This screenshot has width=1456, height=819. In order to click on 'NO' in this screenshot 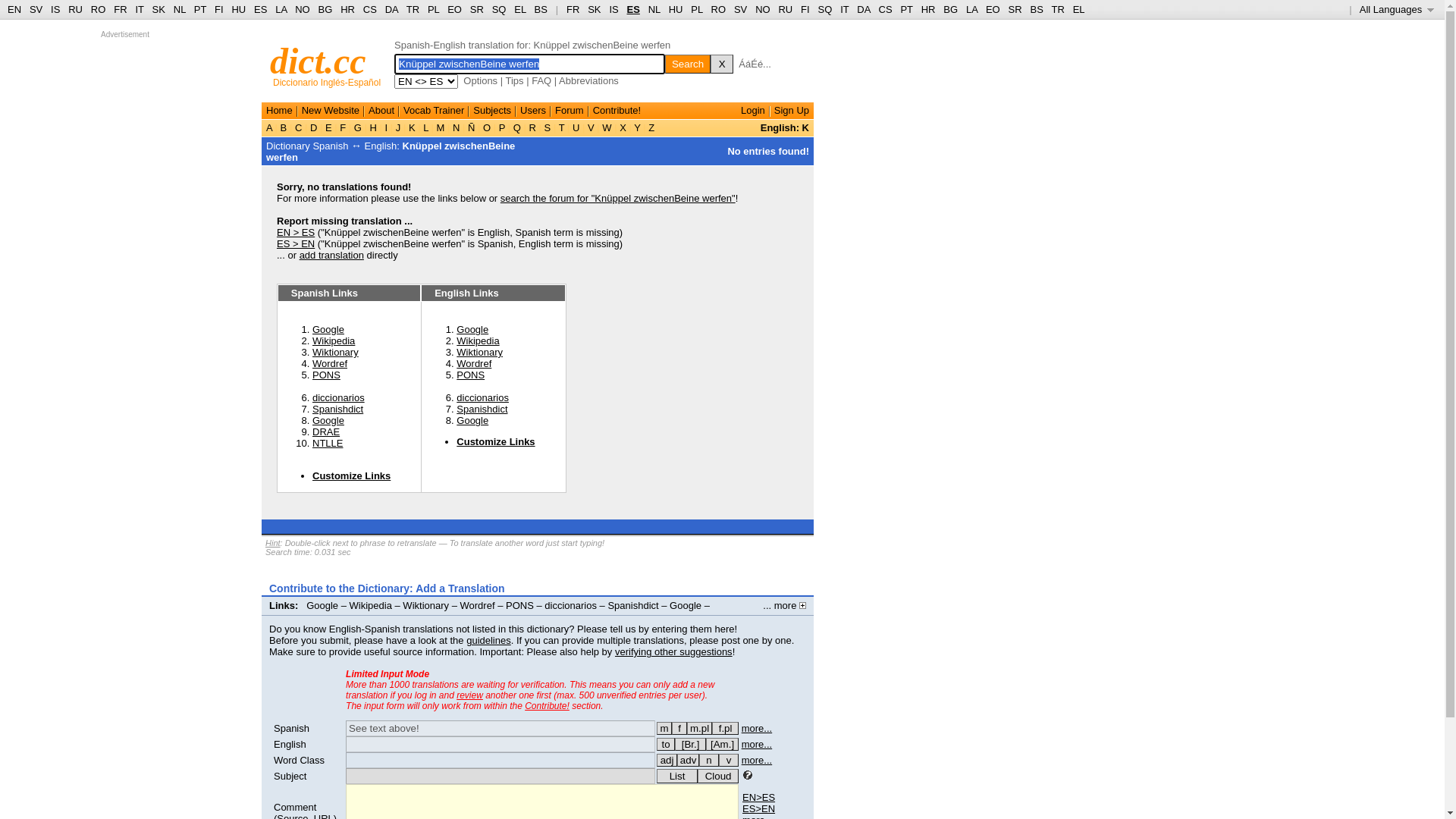, I will do `click(763, 9)`.